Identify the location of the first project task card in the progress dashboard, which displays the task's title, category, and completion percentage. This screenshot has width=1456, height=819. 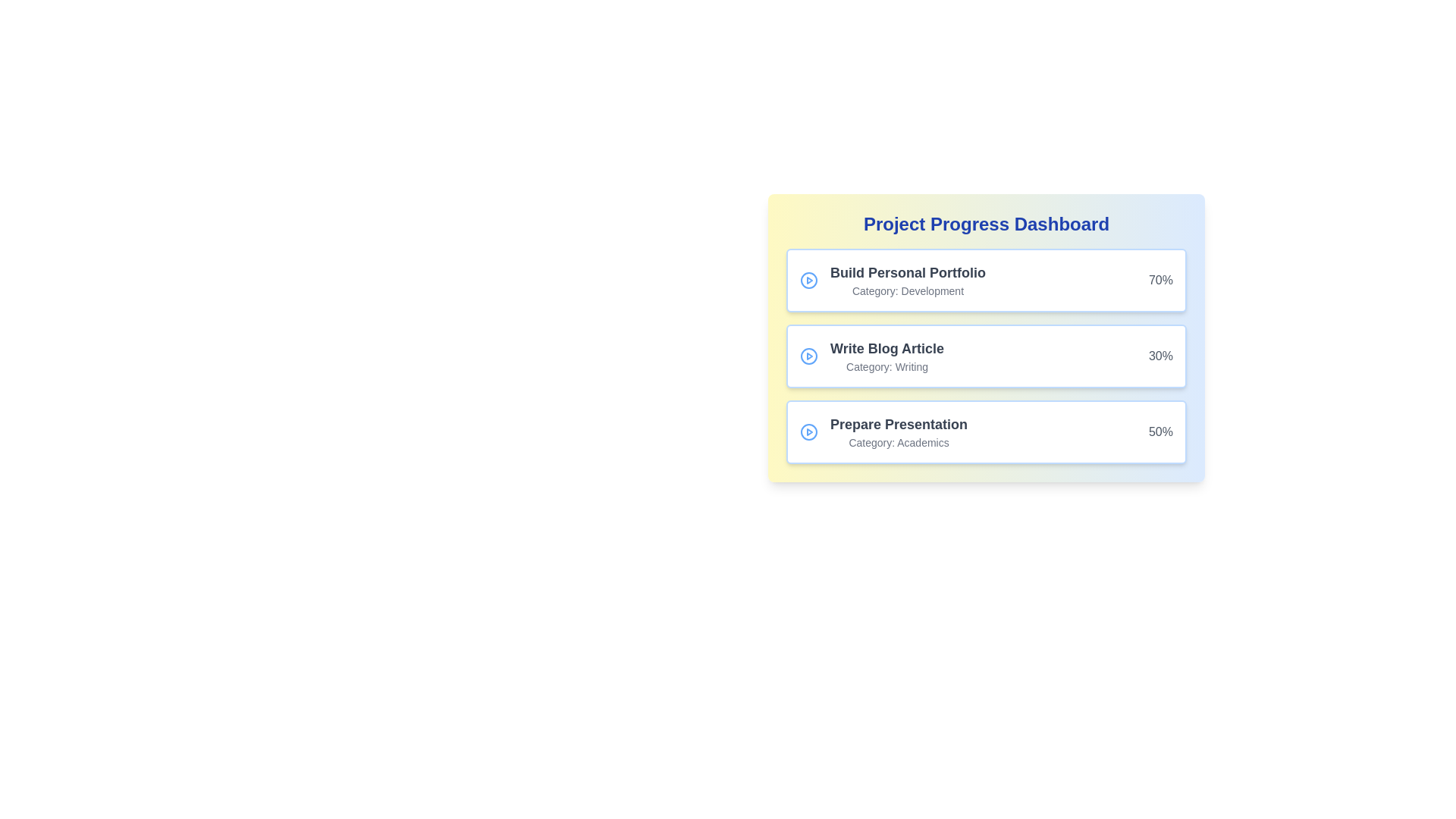
(986, 281).